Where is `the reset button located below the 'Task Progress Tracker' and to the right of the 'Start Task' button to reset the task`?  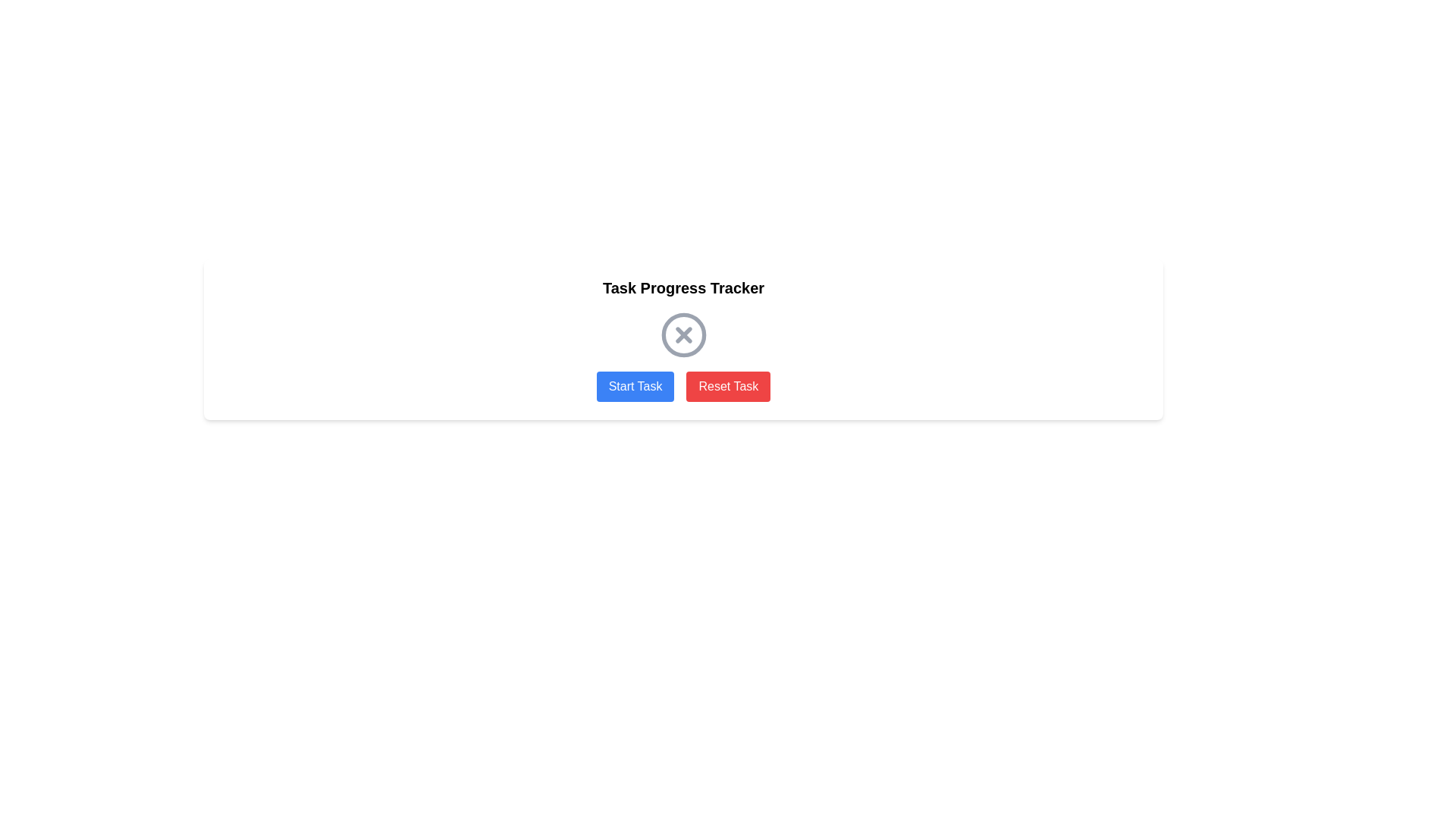 the reset button located below the 'Task Progress Tracker' and to the right of the 'Start Task' button to reset the task is located at coordinates (728, 385).